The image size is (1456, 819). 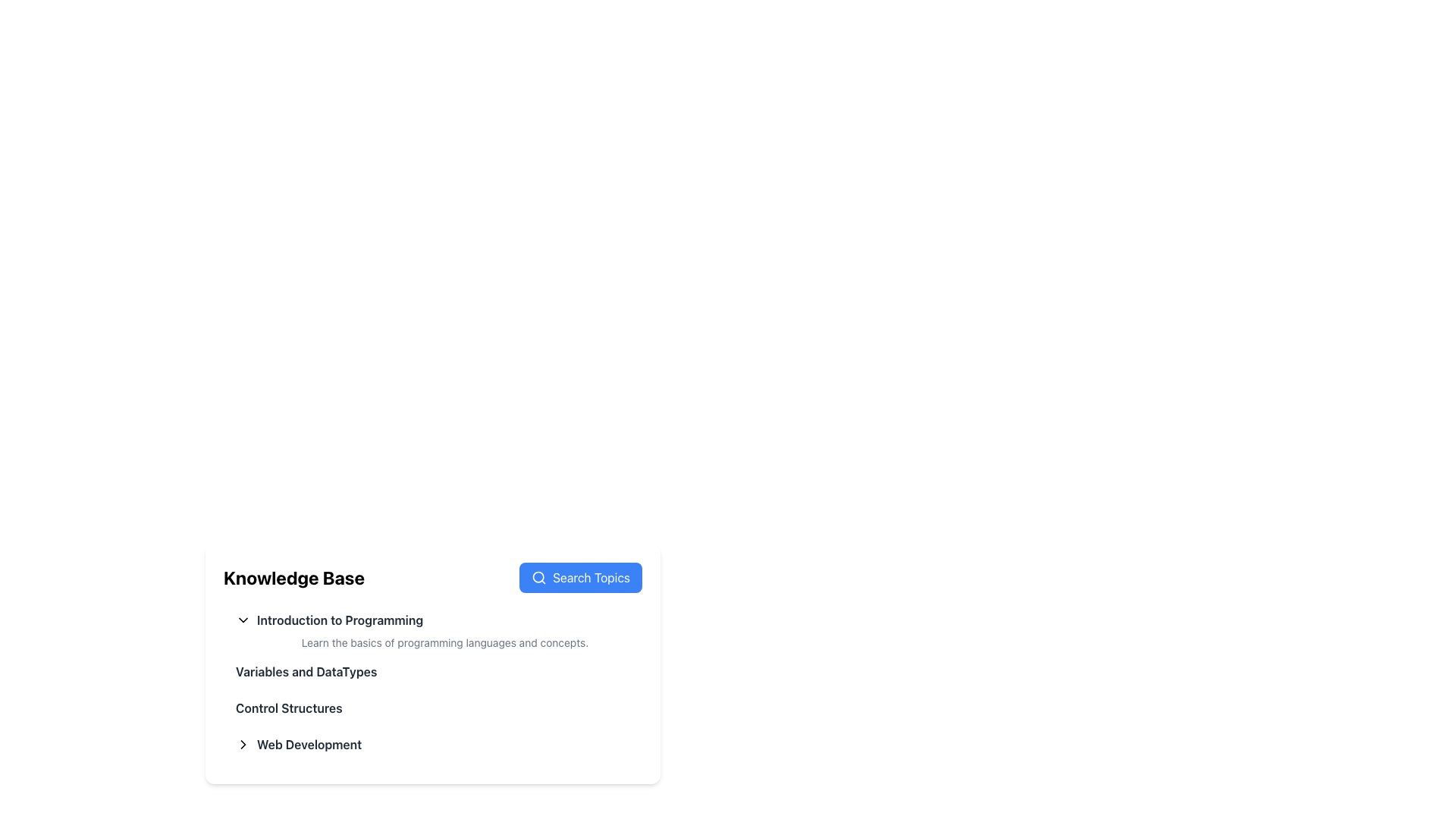 What do you see at coordinates (299, 744) in the screenshot?
I see `the Interactive List Item labeled 'Web Development'` at bounding box center [299, 744].